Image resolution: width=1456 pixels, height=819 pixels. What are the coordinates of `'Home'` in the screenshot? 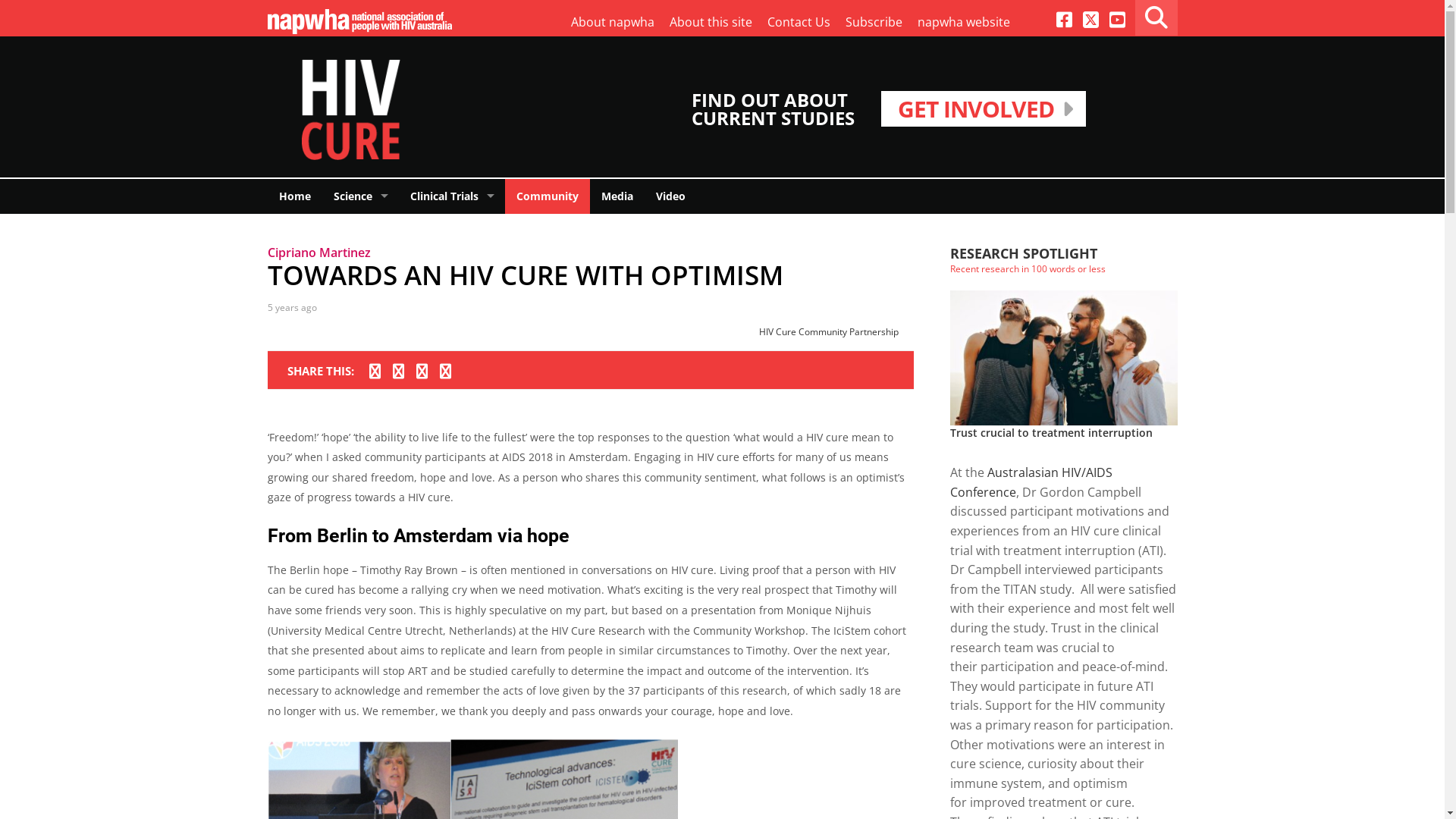 It's located at (266, 195).